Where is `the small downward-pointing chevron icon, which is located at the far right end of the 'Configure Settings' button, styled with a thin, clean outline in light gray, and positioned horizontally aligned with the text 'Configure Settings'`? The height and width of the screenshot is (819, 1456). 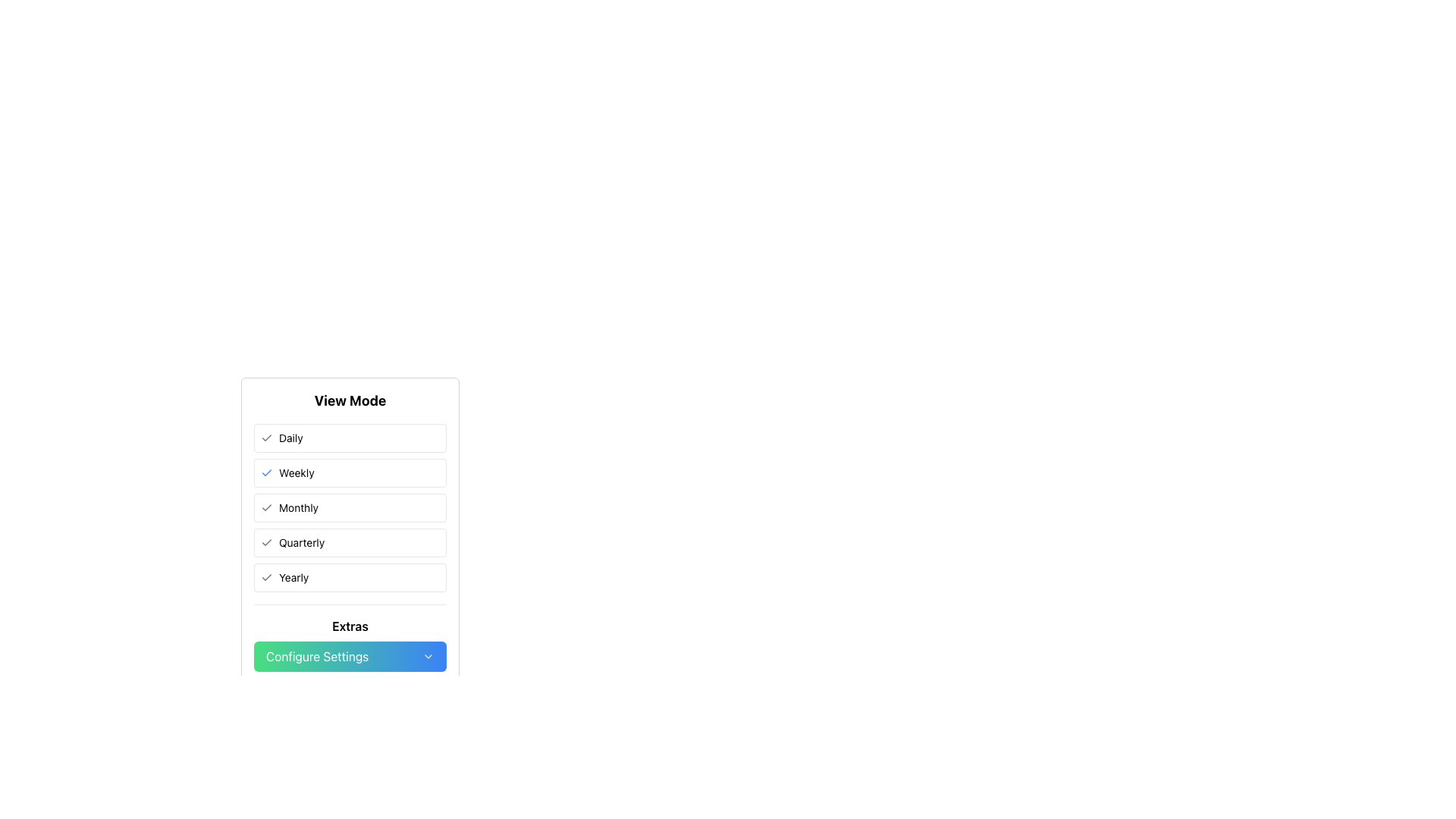 the small downward-pointing chevron icon, which is located at the far right end of the 'Configure Settings' button, styled with a thin, clean outline in light gray, and positioned horizontally aligned with the text 'Configure Settings' is located at coordinates (428, 656).